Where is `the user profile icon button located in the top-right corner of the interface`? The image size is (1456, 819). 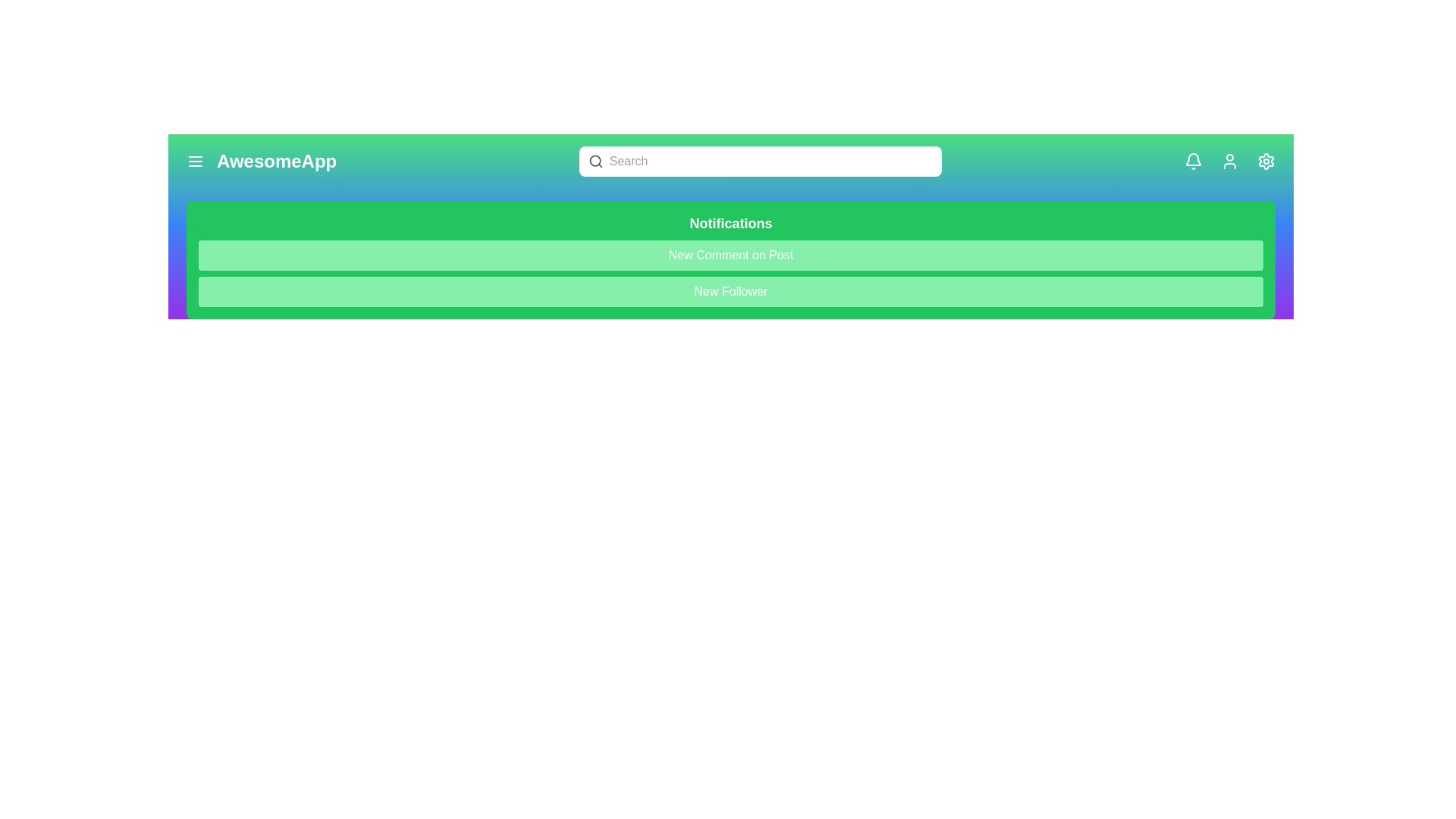 the user profile icon button located in the top-right corner of the interface is located at coordinates (1230, 161).